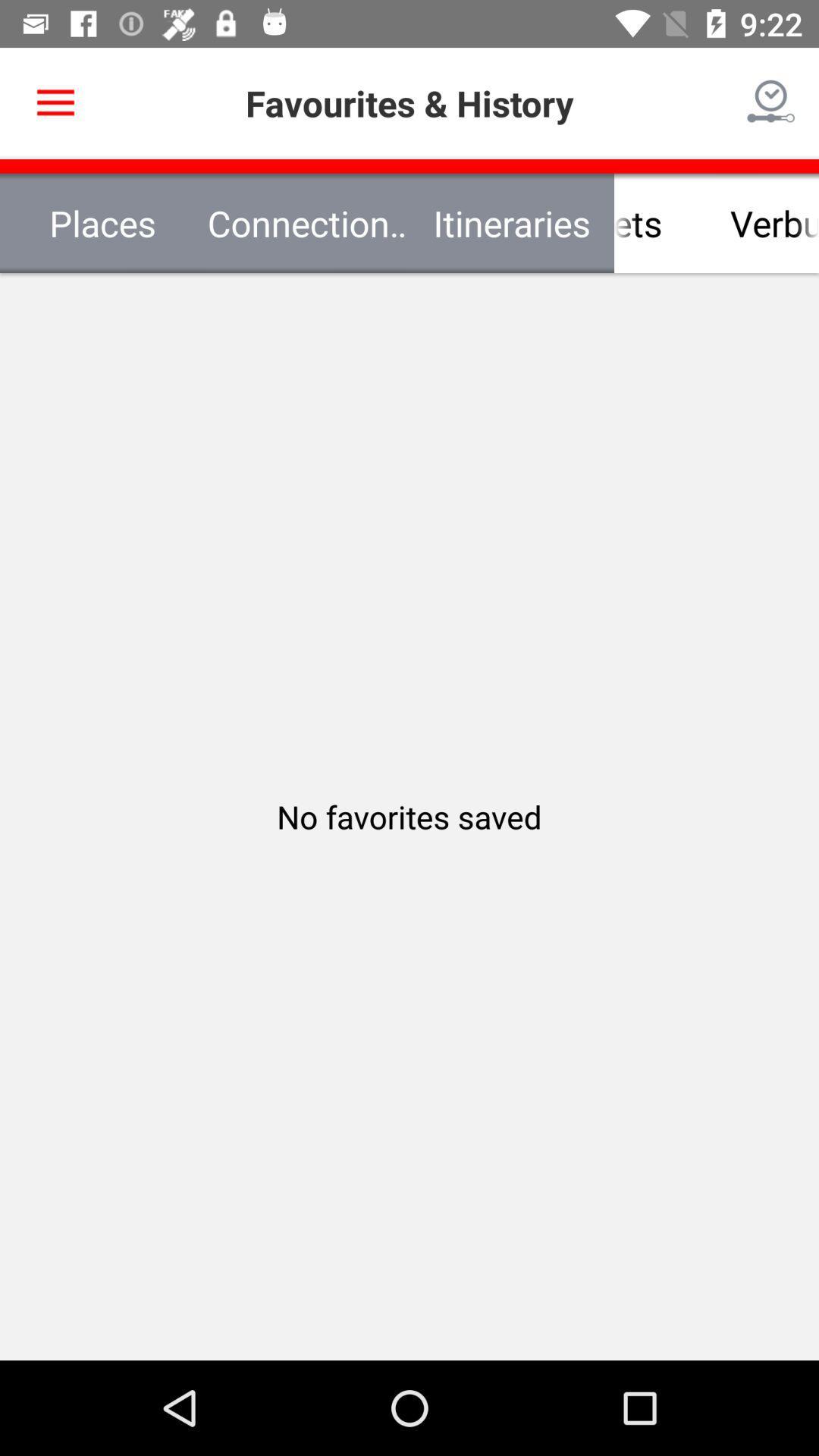 The height and width of the screenshot is (1456, 819). Describe the element at coordinates (771, 102) in the screenshot. I see `the item next to favourites & history icon` at that location.